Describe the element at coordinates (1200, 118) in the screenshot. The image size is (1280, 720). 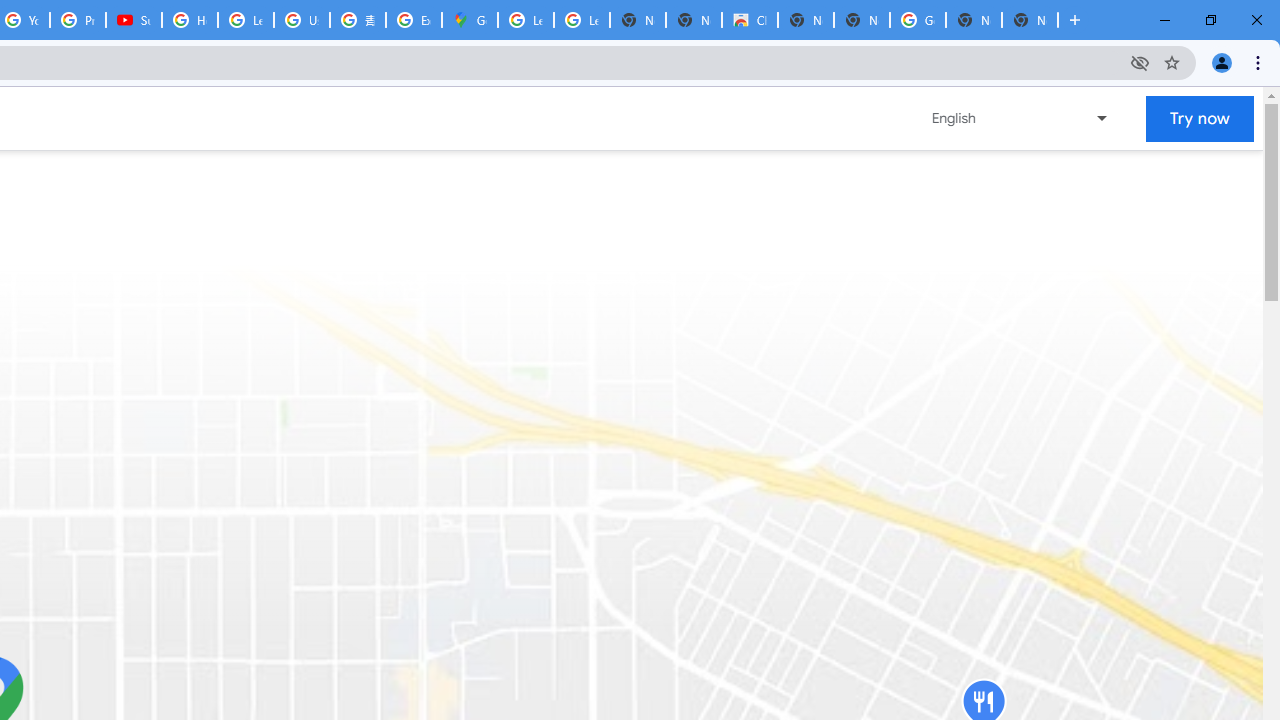
I see `'Try now'` at that location.